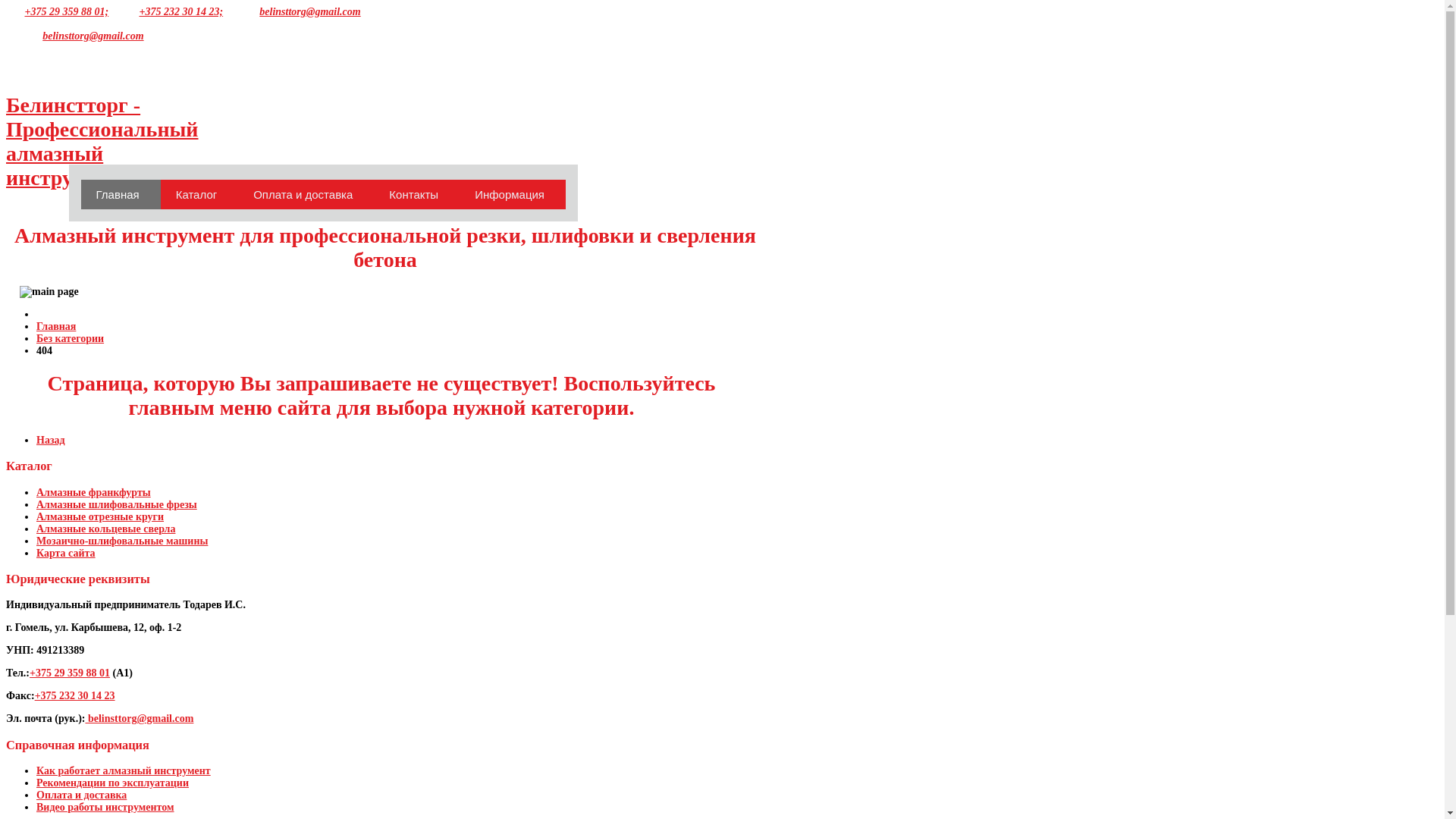 This screenshot has height=819, width=1456. I want to click on 'belinsttorg@gmail.com', so click(139, 717).